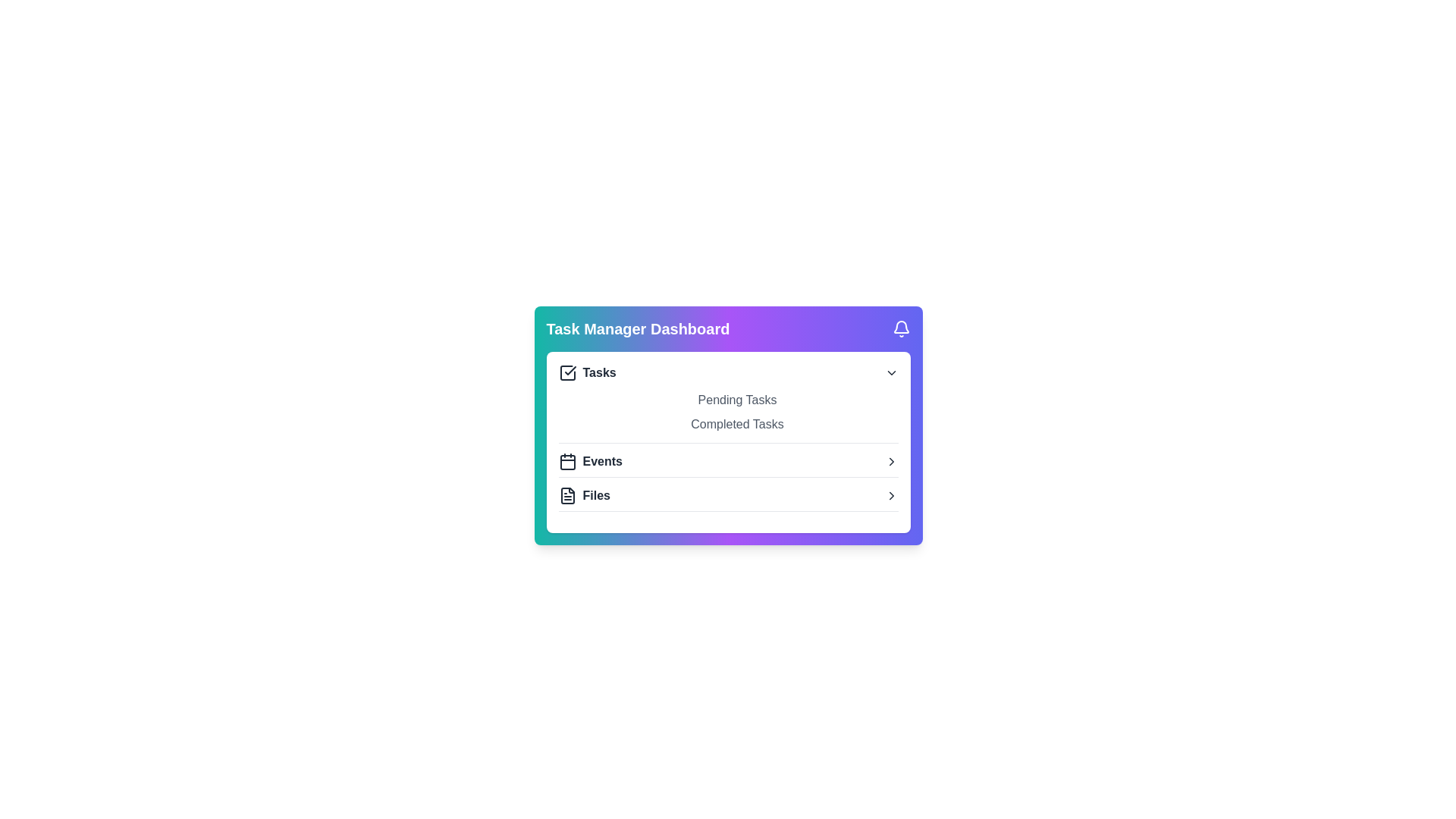 The image size is (1456, 819). Describe the element at coordinates (891, 496) in the screenshot. I see `the chevron icon next to the 'Files' section` at that location.